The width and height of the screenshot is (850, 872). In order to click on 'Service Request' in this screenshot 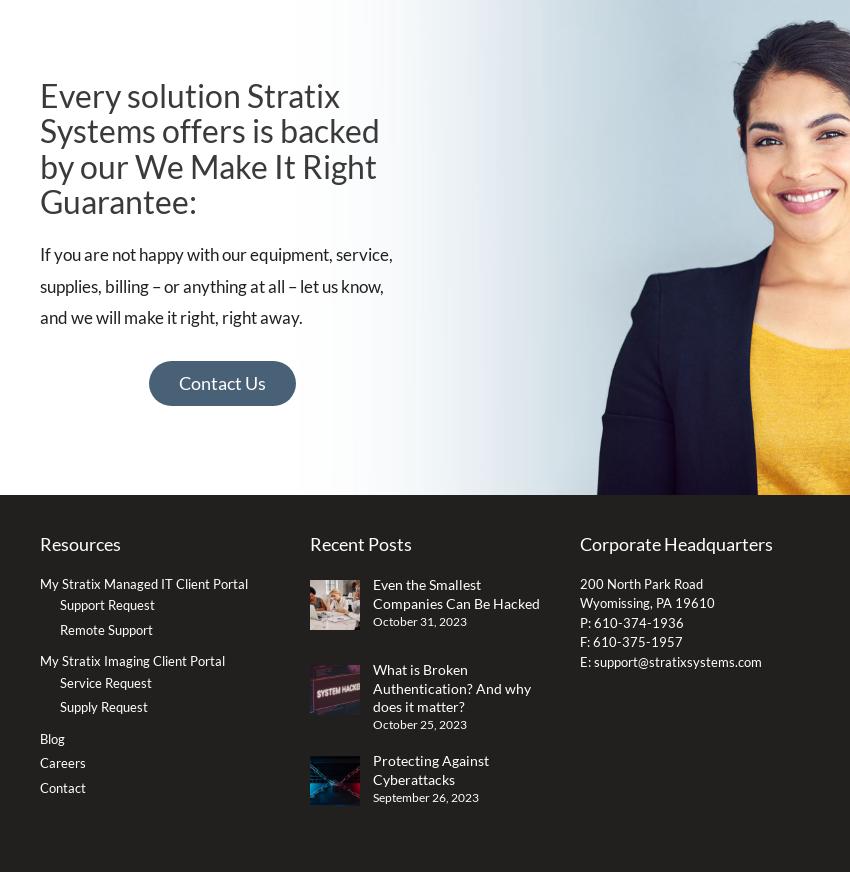, I will do `click(60, 680)`.